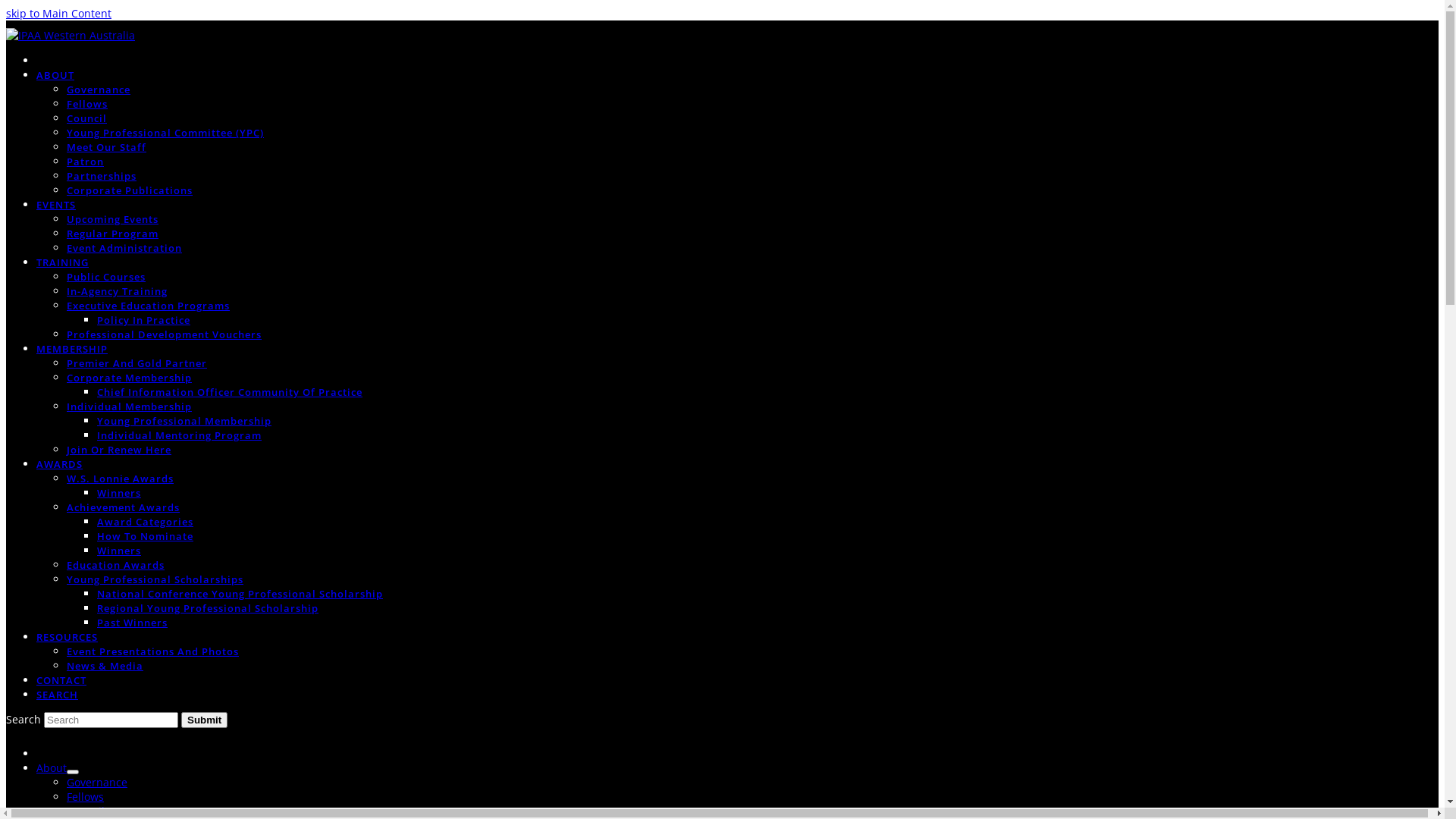  Describe the element at coordinates (155, 579) in the screenshot. I see `'Young Professional Scholarships'` at that location.